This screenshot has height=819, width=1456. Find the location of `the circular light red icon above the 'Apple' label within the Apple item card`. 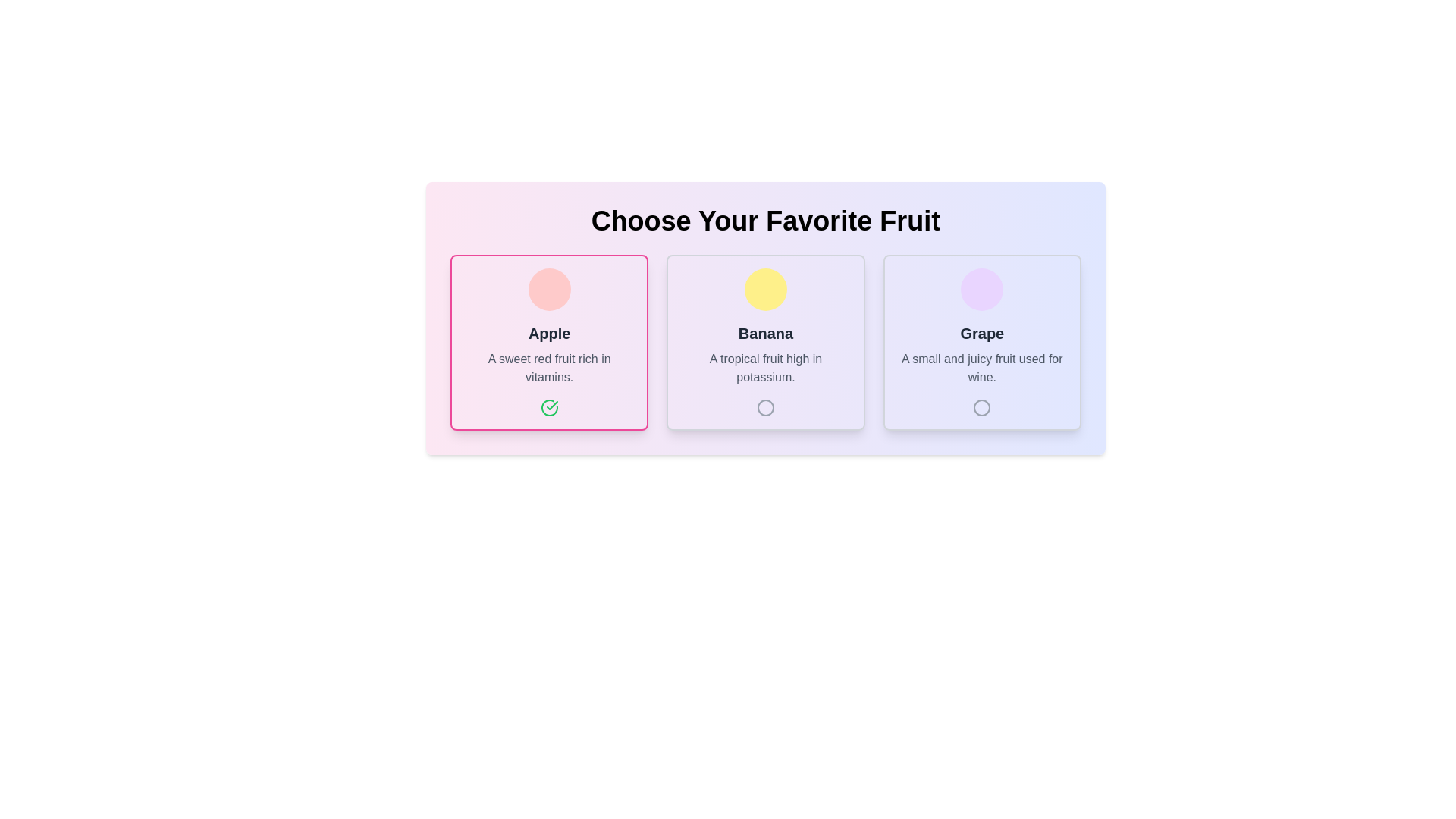

the circular light red icon above the 'Apple' label within the Apple item card is located at coordinates (548, 289).